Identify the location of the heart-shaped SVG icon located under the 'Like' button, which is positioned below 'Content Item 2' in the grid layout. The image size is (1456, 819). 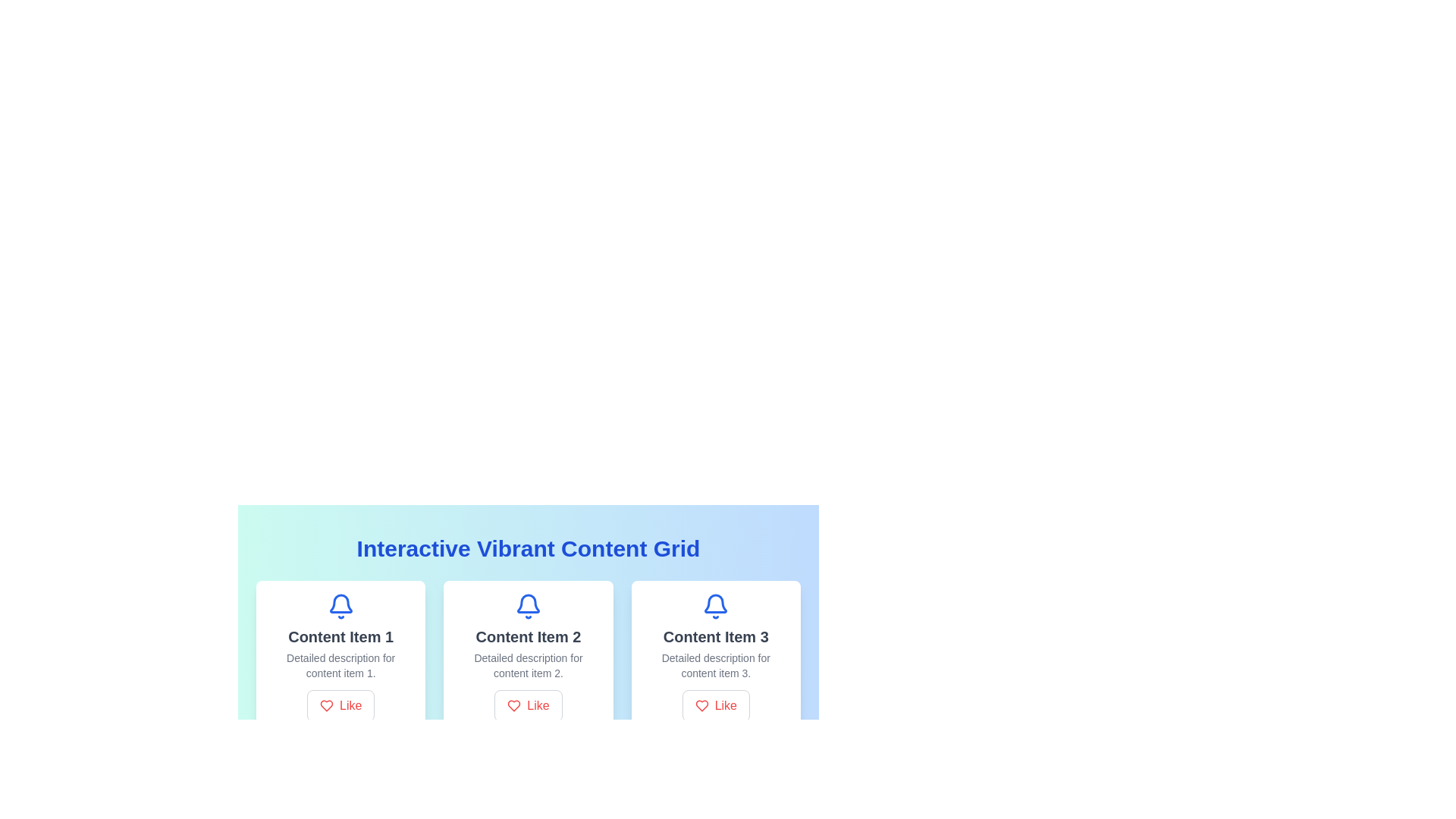
(326, 705).